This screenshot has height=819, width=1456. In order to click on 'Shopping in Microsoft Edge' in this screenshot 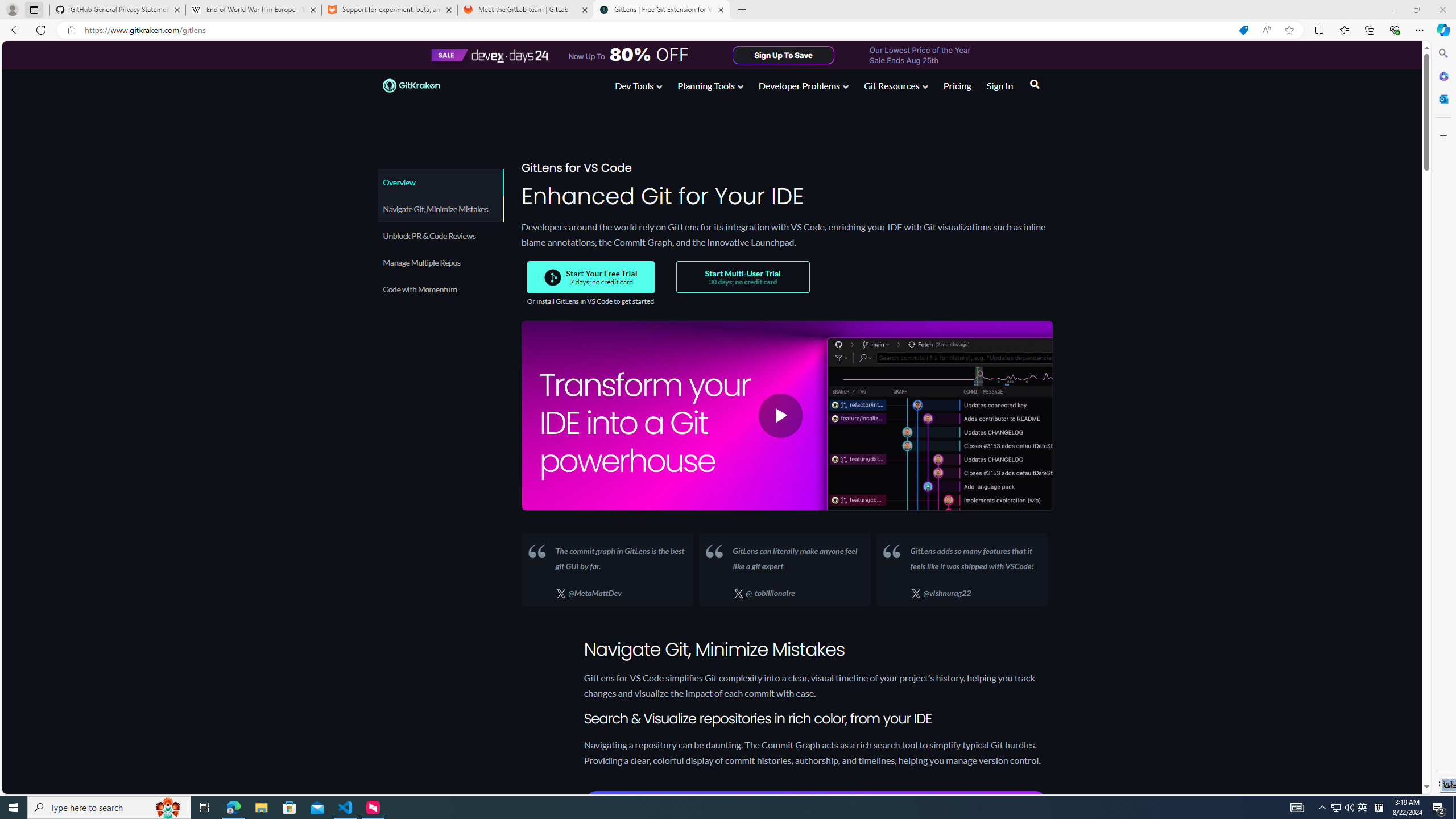, I will do `click(1243, 30)`.